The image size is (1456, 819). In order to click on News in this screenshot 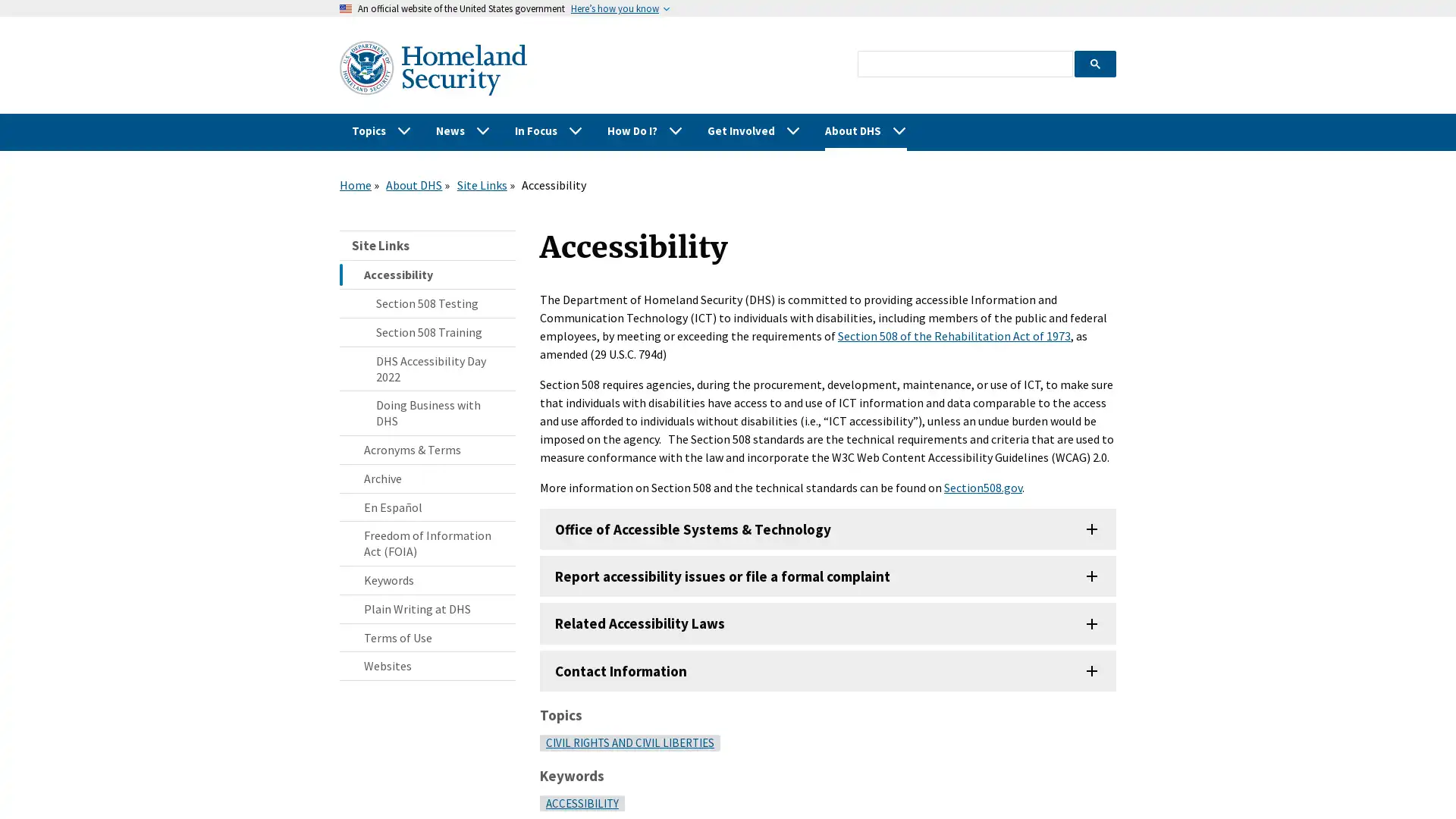, I will do `click(462, 130)`.